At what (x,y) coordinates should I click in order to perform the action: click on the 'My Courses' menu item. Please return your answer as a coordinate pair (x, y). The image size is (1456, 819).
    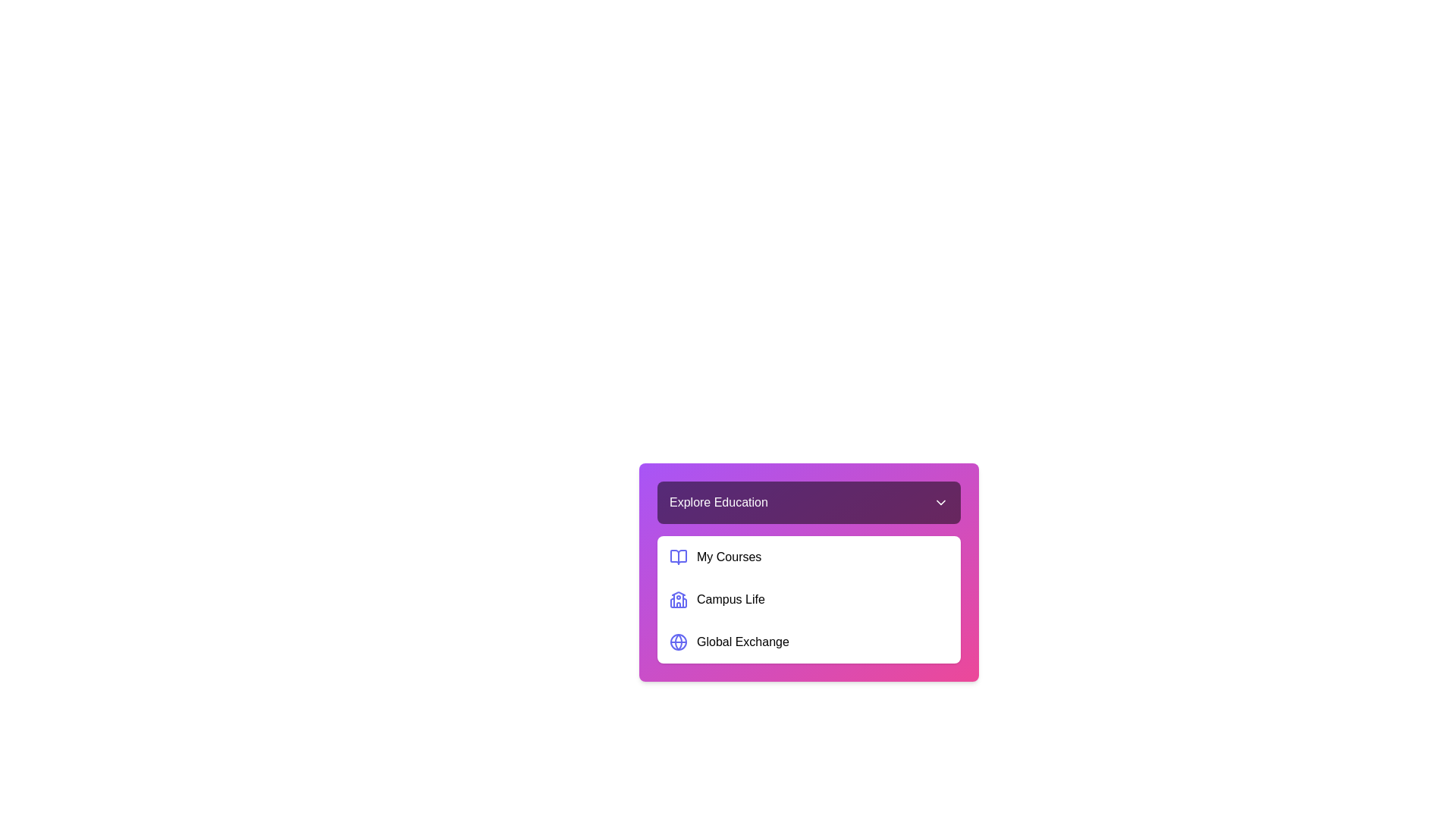
    Looking at the image, I should click on (808, 557).